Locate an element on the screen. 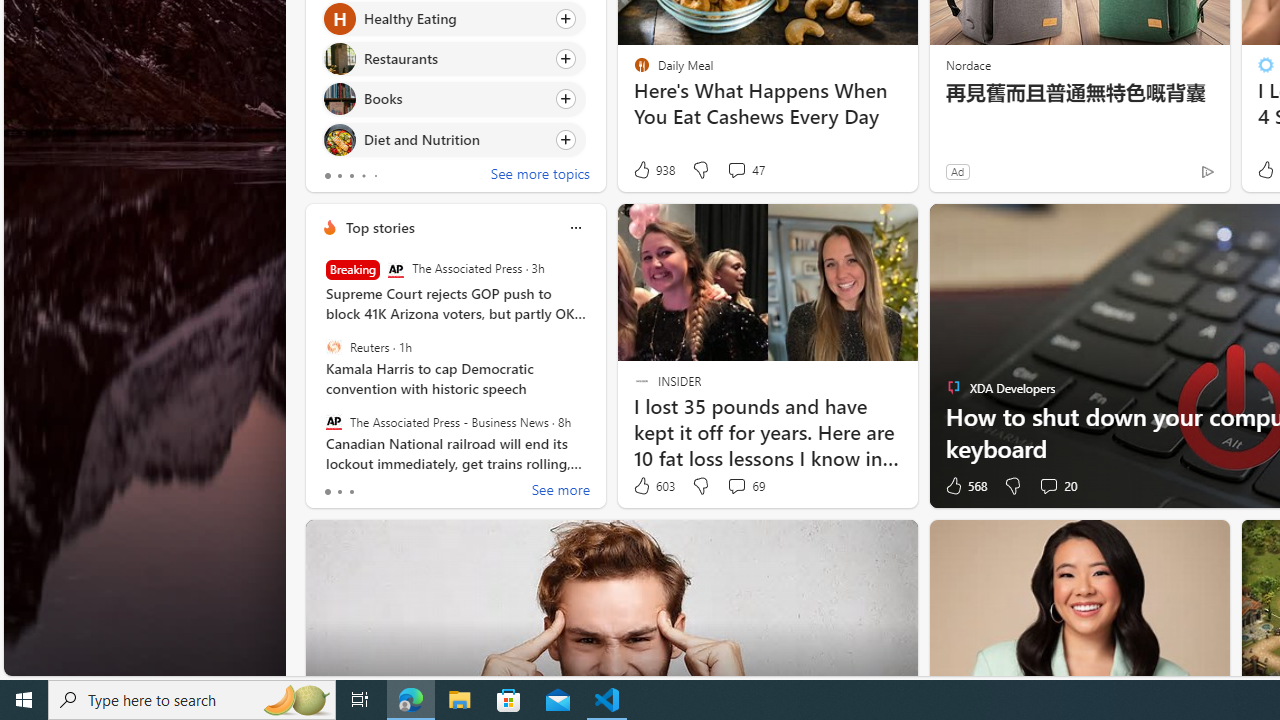 The image size is (1280, 720). 'Class: icon-img' is located at coordinates (574, 227).